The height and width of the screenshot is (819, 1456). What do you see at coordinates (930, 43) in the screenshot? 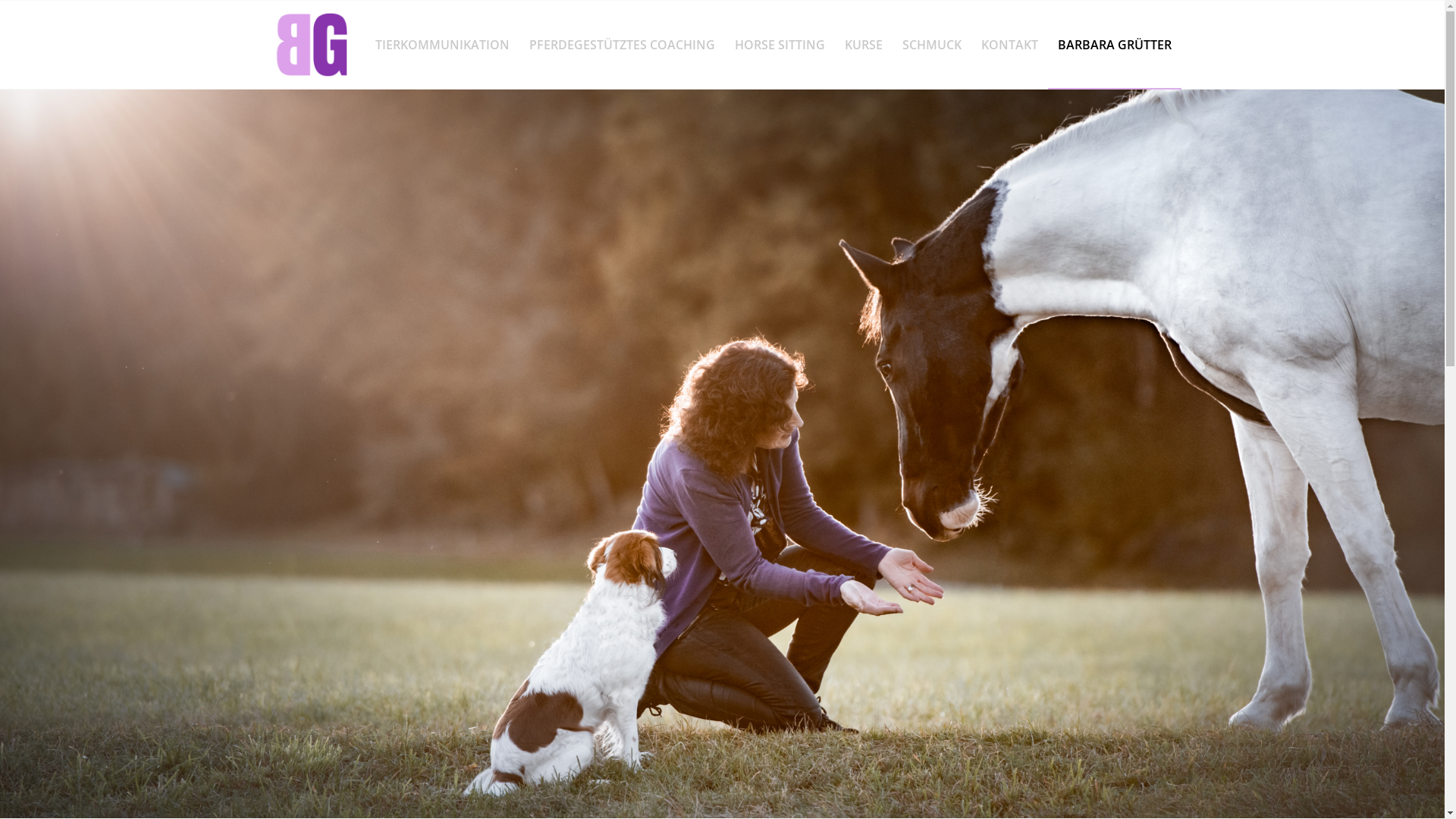
I see `'SCHMUCK'` at bounding box center [930, 43].